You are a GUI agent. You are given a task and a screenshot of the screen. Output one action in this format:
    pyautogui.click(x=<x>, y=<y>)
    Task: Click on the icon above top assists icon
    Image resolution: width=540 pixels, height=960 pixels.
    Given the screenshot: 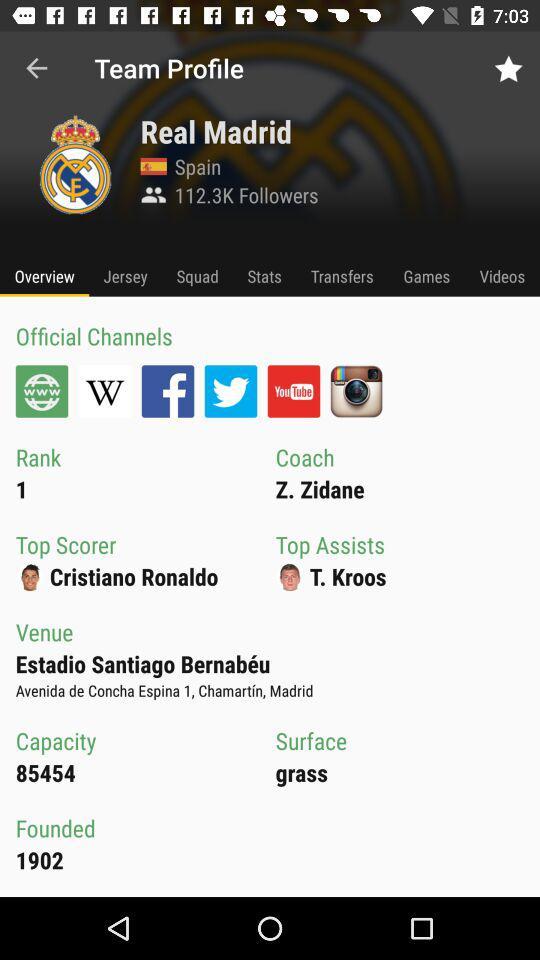 What is the action you would take?
    pyautogui.click(x=425, y=275)
    